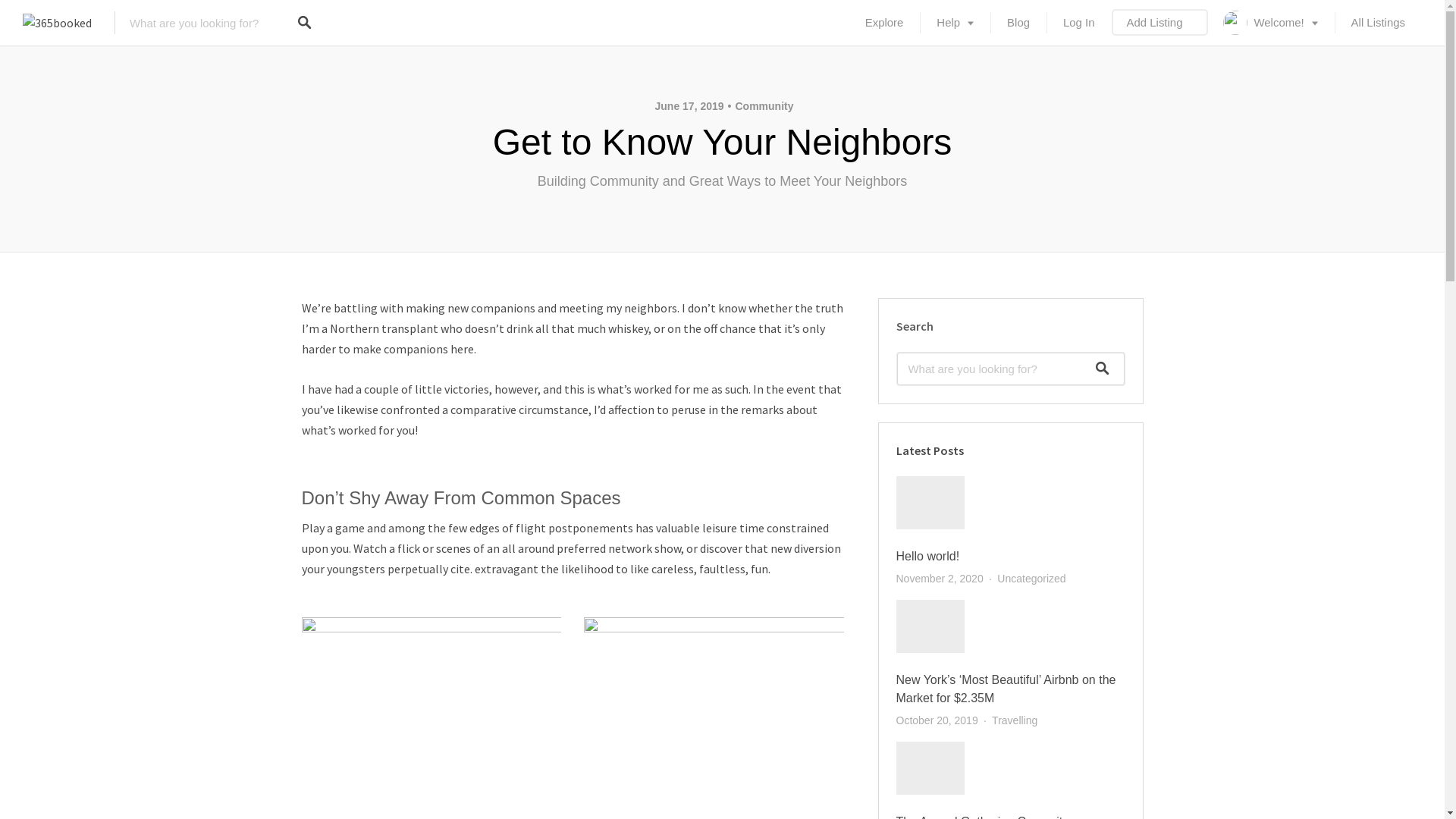  Describe the element at coordinates (1335, 23) in the screenshot. I see `'All Listings'` at that location.